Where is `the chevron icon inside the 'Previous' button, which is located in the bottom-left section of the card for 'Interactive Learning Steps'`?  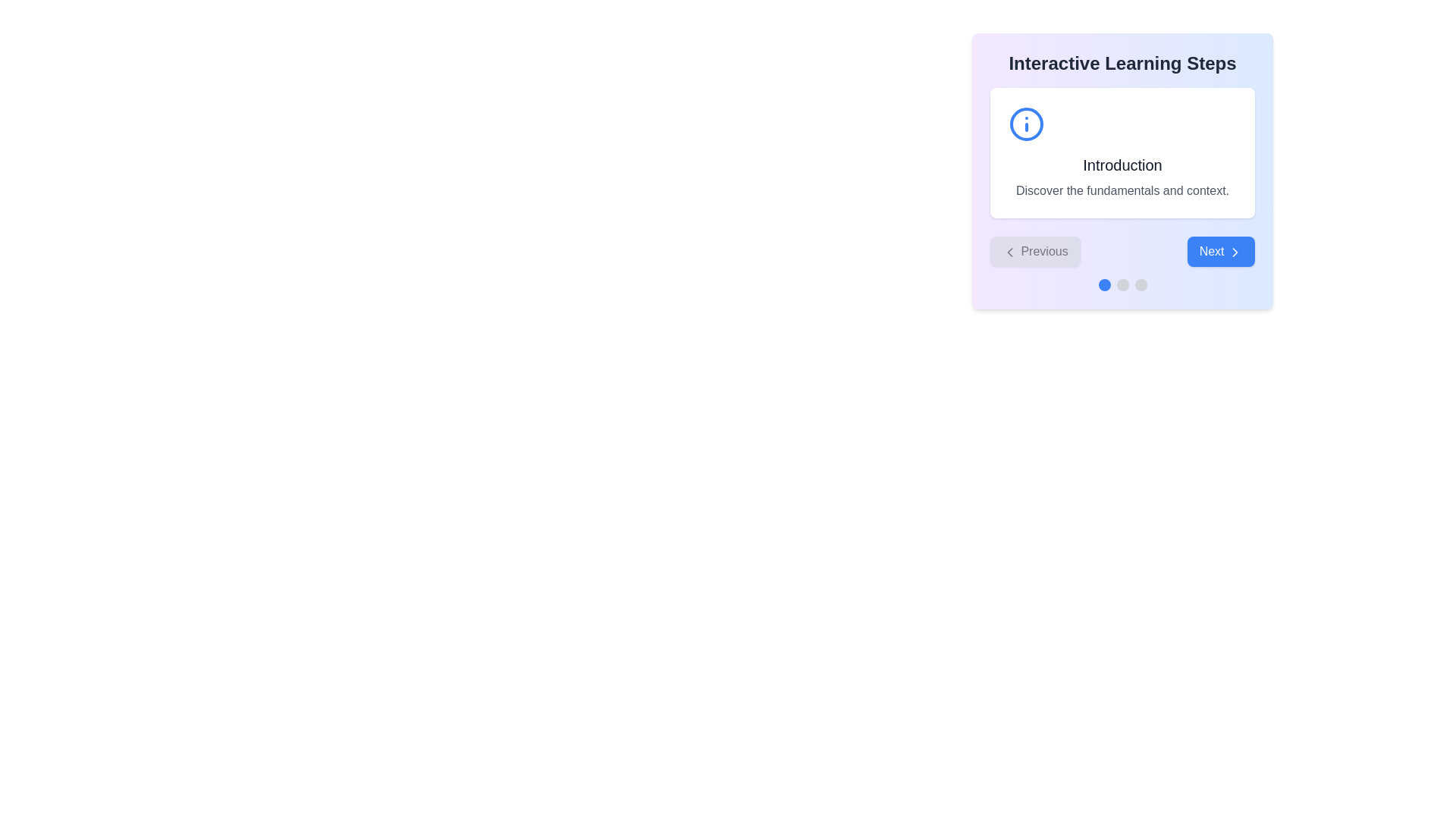
the chevron icon inside the 'Previous' button, which is located in the bottom-left section of the card for 'Interactive Learning Steps' is located at coordinates (1009, 250).